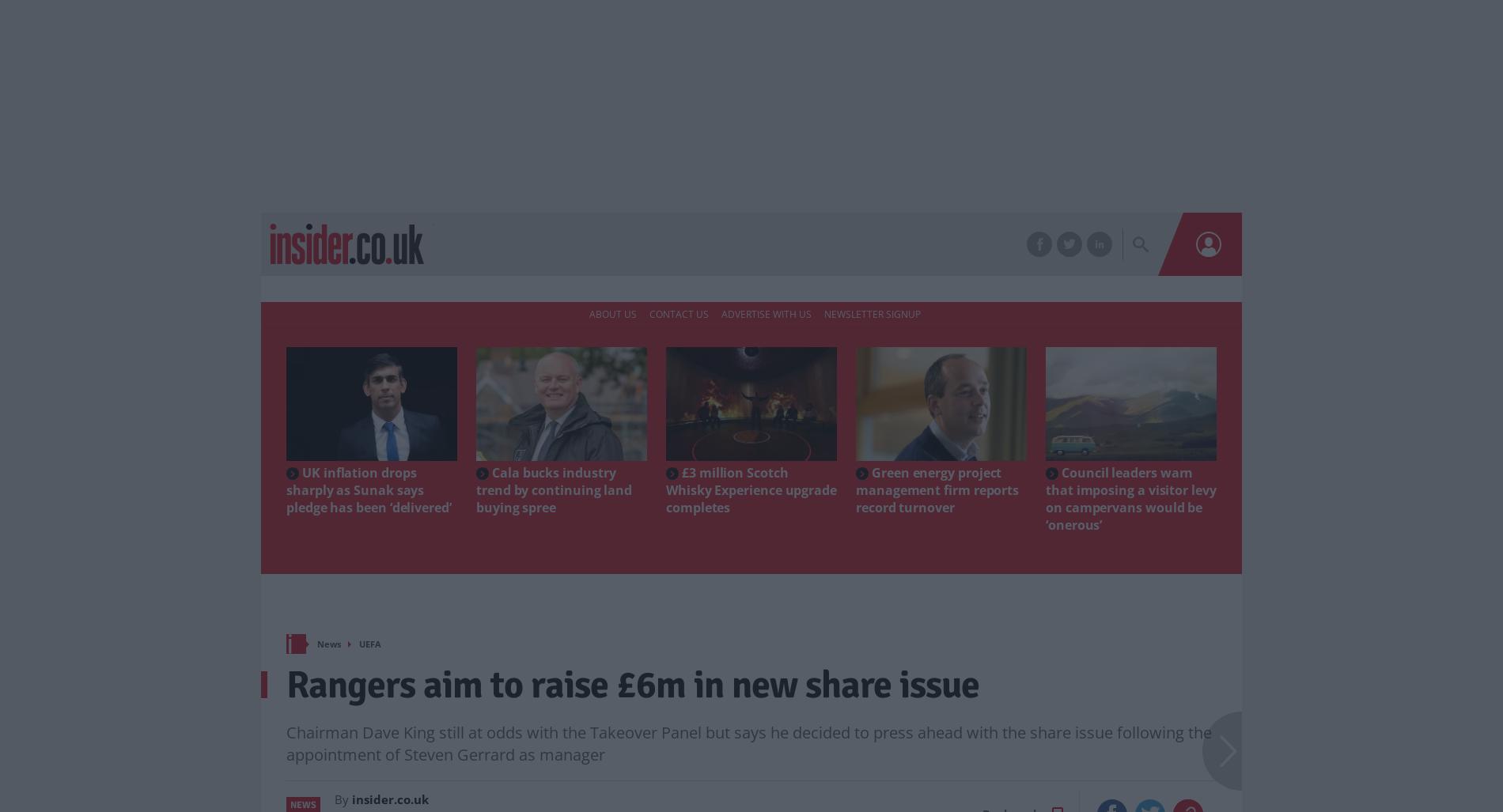  I want to click on 'businessInsider', so click(479, 218).